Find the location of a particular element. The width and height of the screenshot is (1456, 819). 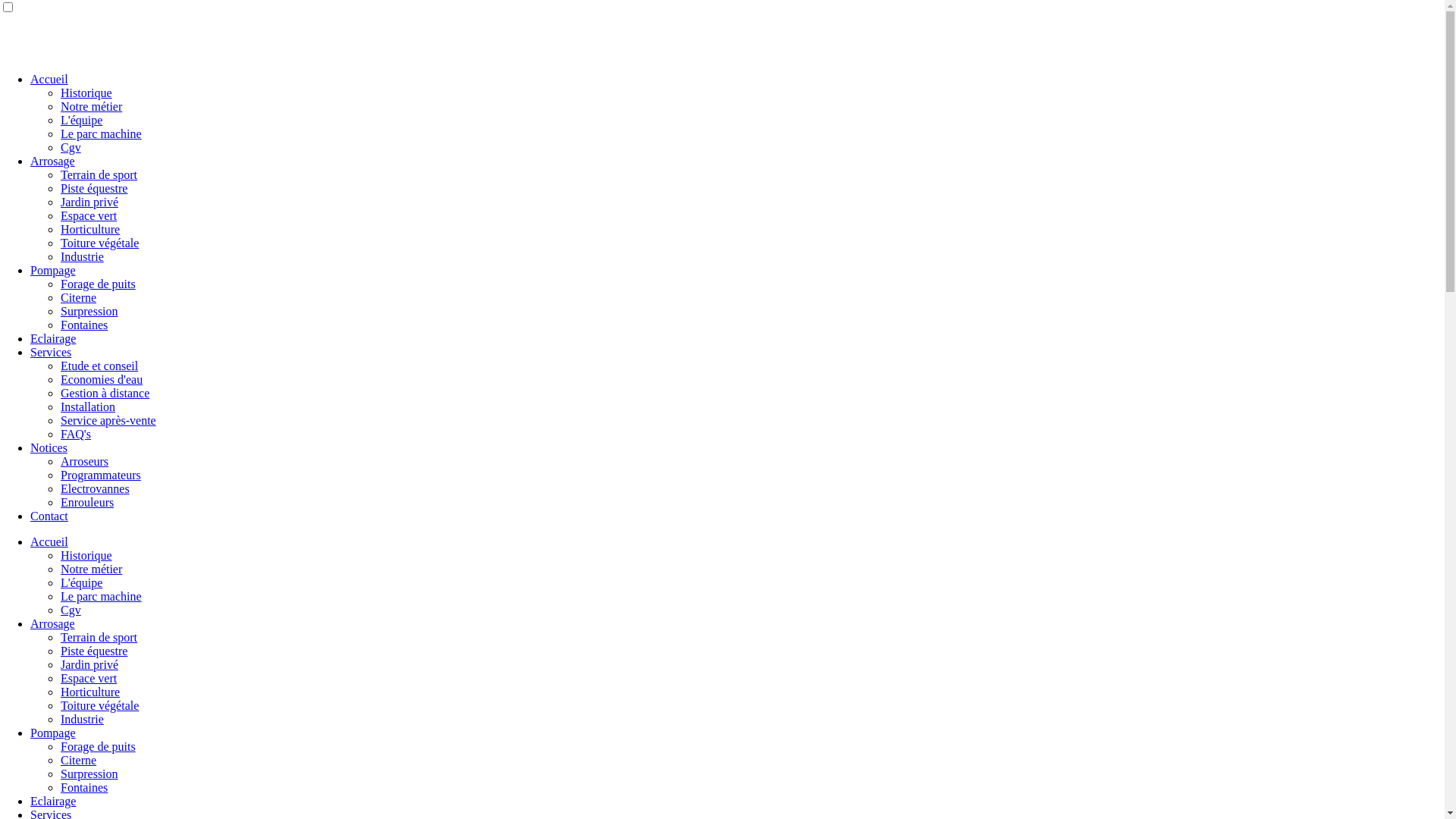

'Horticulture' is located at coordinates (89, 692).